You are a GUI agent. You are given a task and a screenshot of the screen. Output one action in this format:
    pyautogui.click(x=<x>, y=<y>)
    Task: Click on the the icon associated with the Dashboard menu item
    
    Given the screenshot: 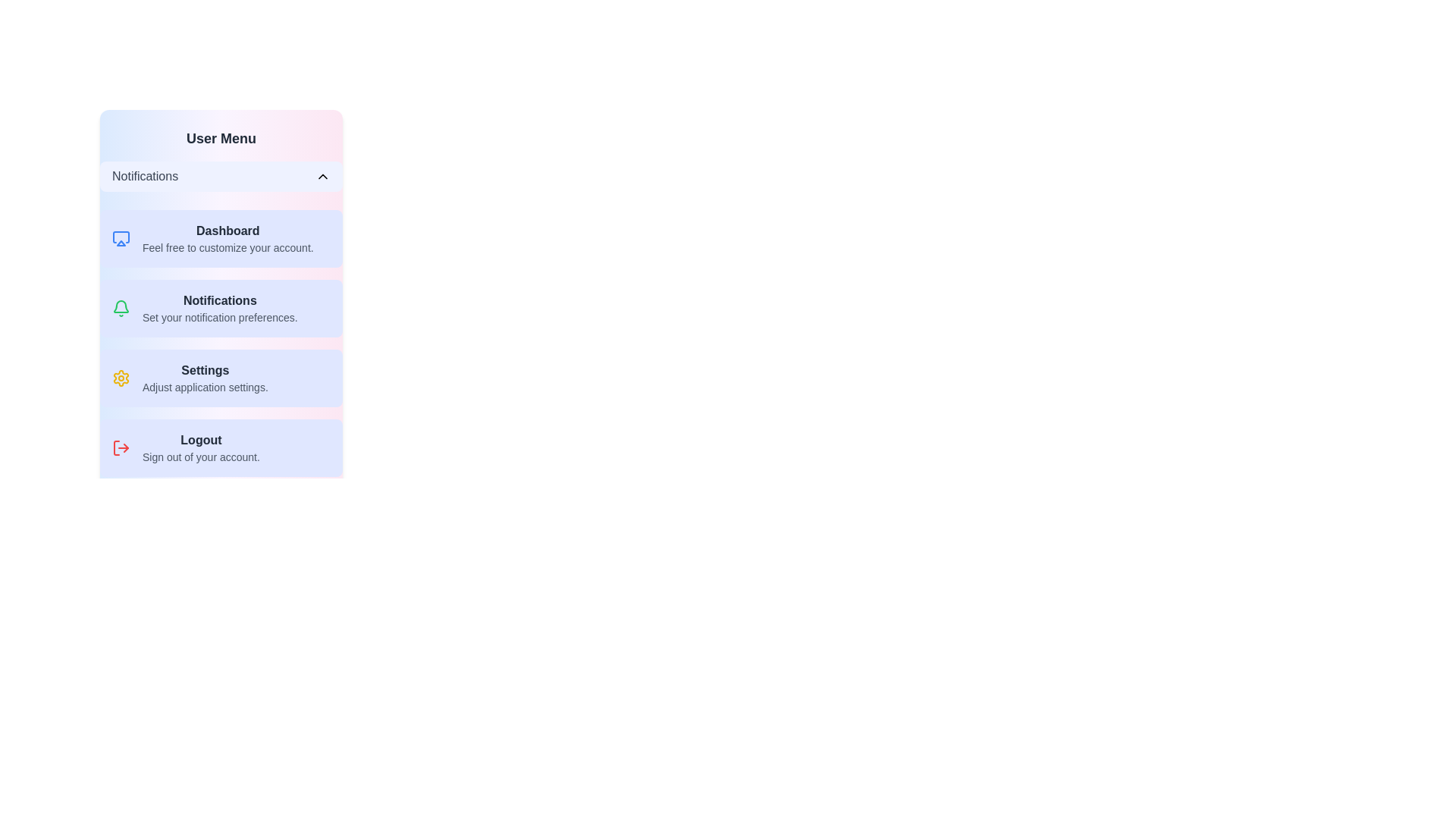 What is the action you would take?
    pyautogui.click(x=120, y=239)
    